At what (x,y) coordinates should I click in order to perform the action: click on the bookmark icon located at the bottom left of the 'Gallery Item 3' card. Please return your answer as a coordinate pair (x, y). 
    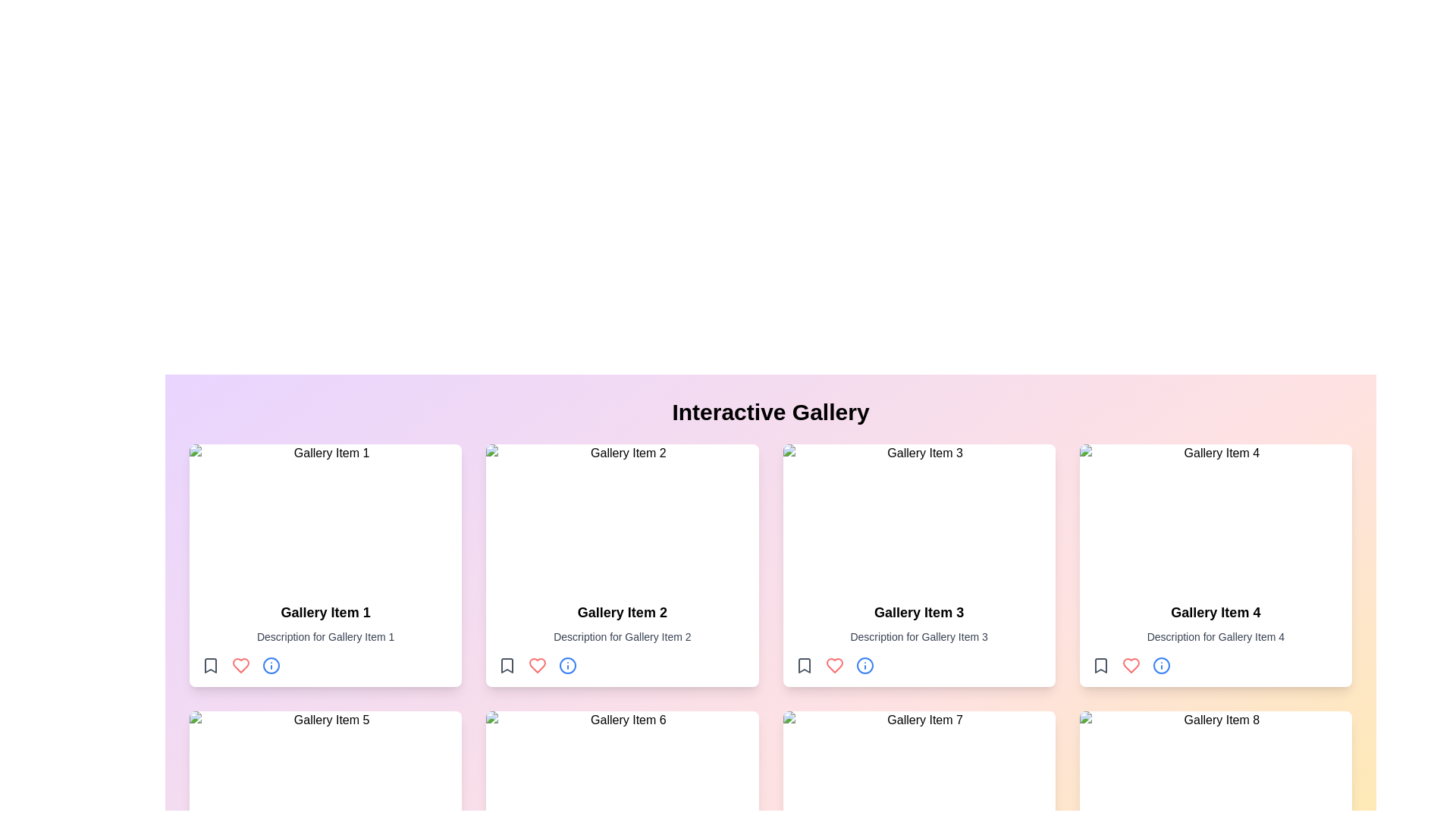
    Looking at the image, I should click on (803, 665).